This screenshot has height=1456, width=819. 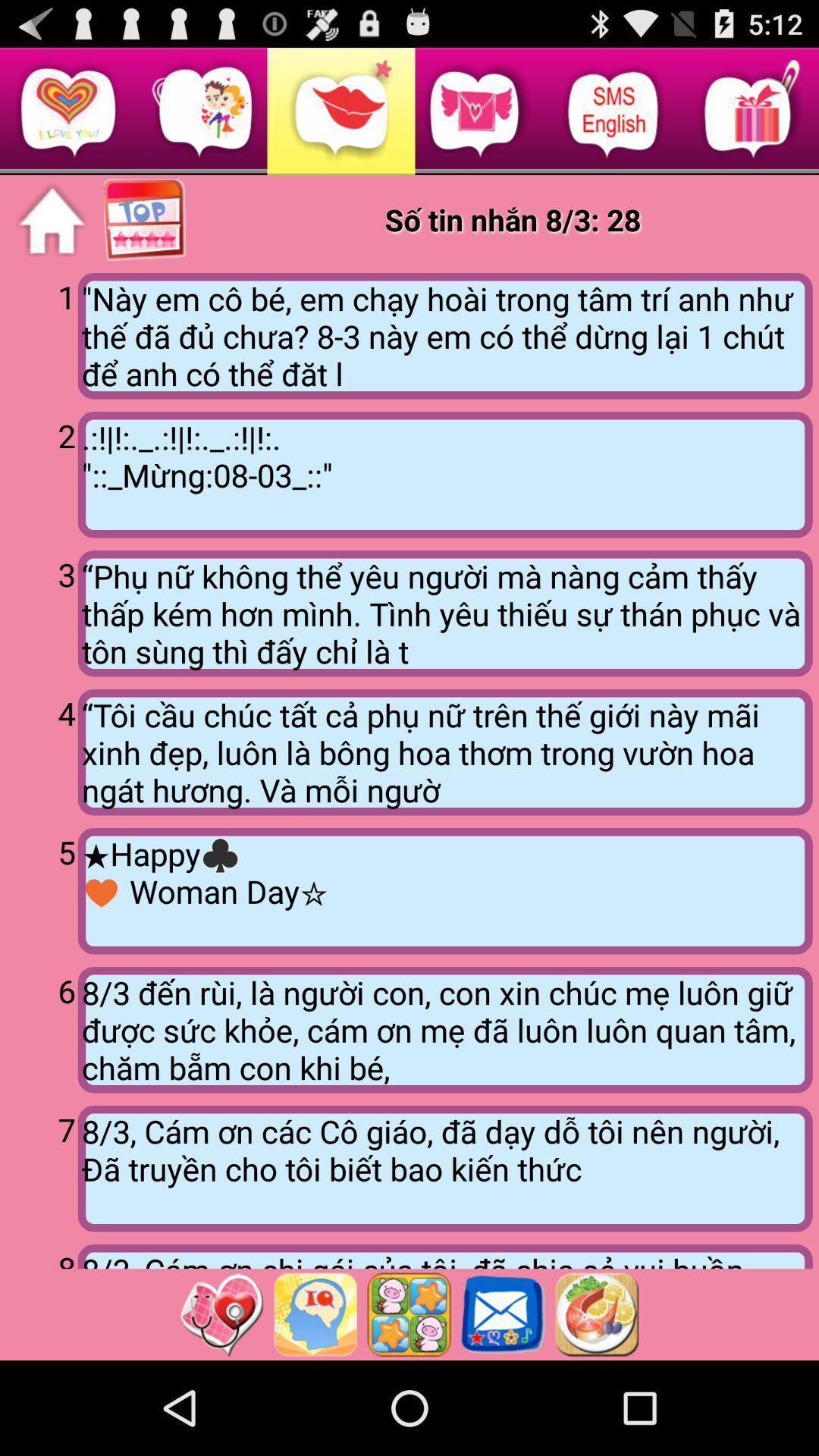 I want to click on love messages, so click(x=503, y=1313).